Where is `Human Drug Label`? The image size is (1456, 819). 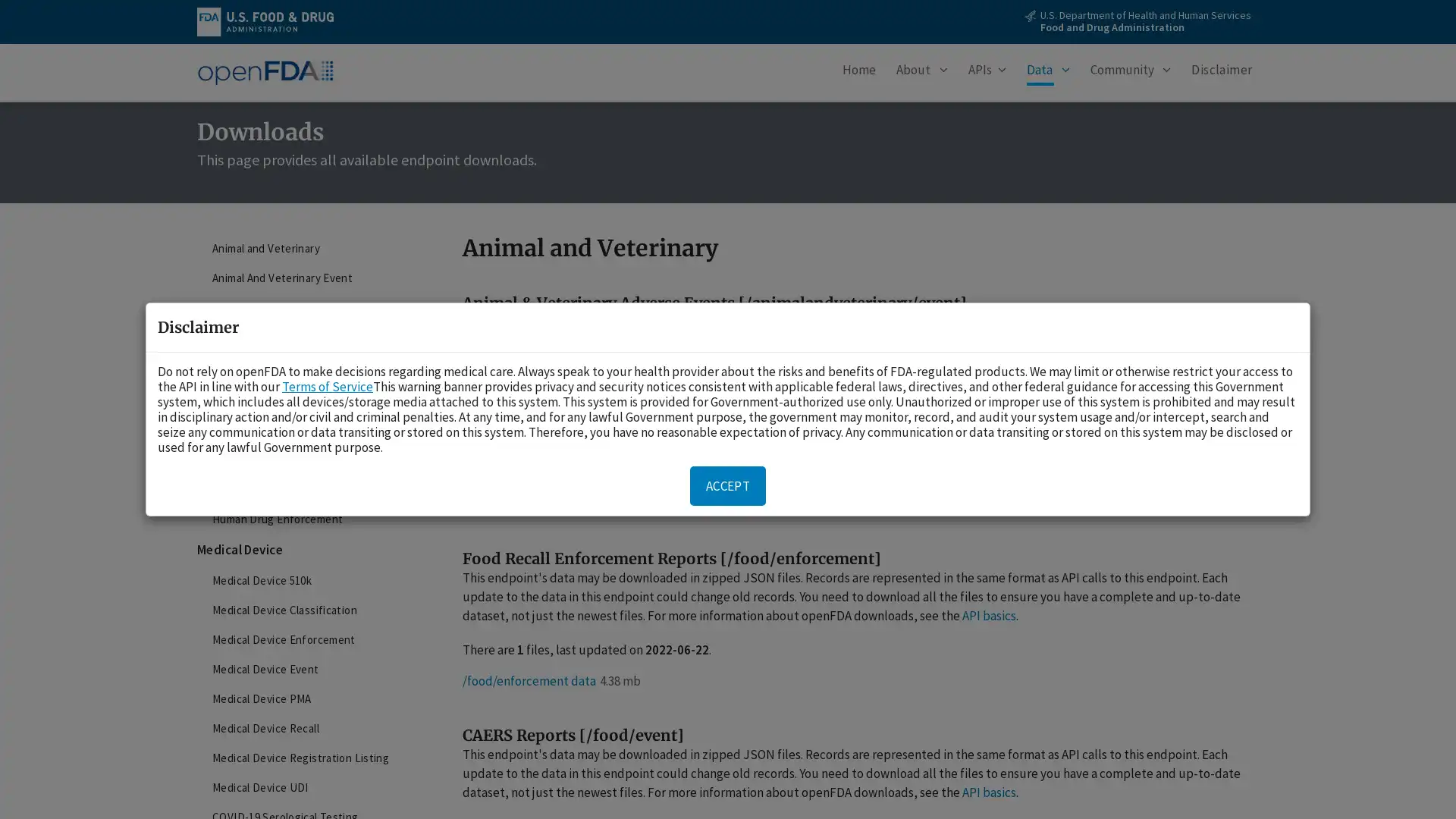
Human Drug Label is located at coordinates (309, 459).